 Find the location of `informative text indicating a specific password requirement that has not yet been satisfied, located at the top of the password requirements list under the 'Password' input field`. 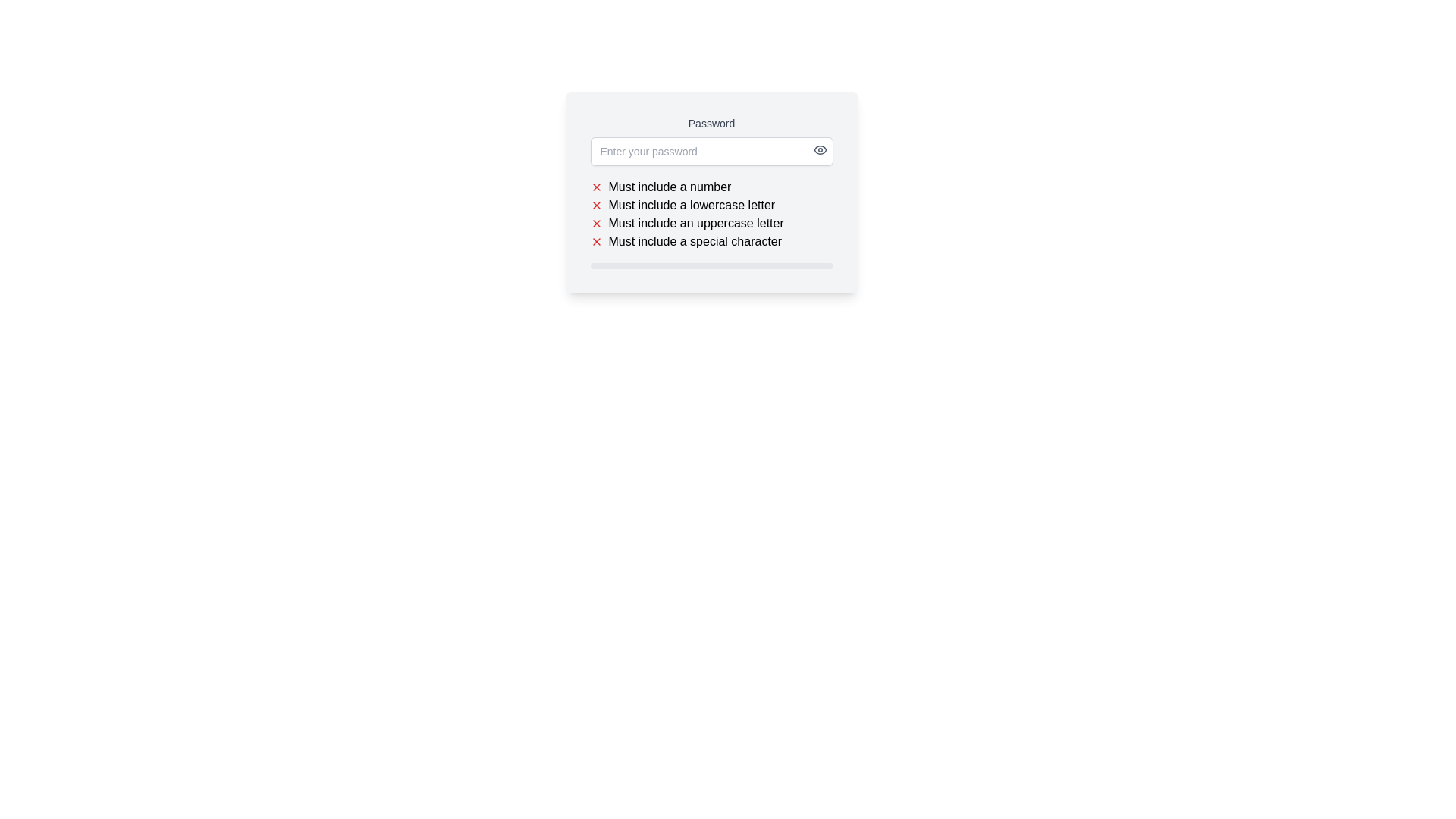

informative text indicating a specific password requirement that has not yet been satisfied, located at the top of the password requirements list under the 'Password' input field is located at coordinates (711, 186).